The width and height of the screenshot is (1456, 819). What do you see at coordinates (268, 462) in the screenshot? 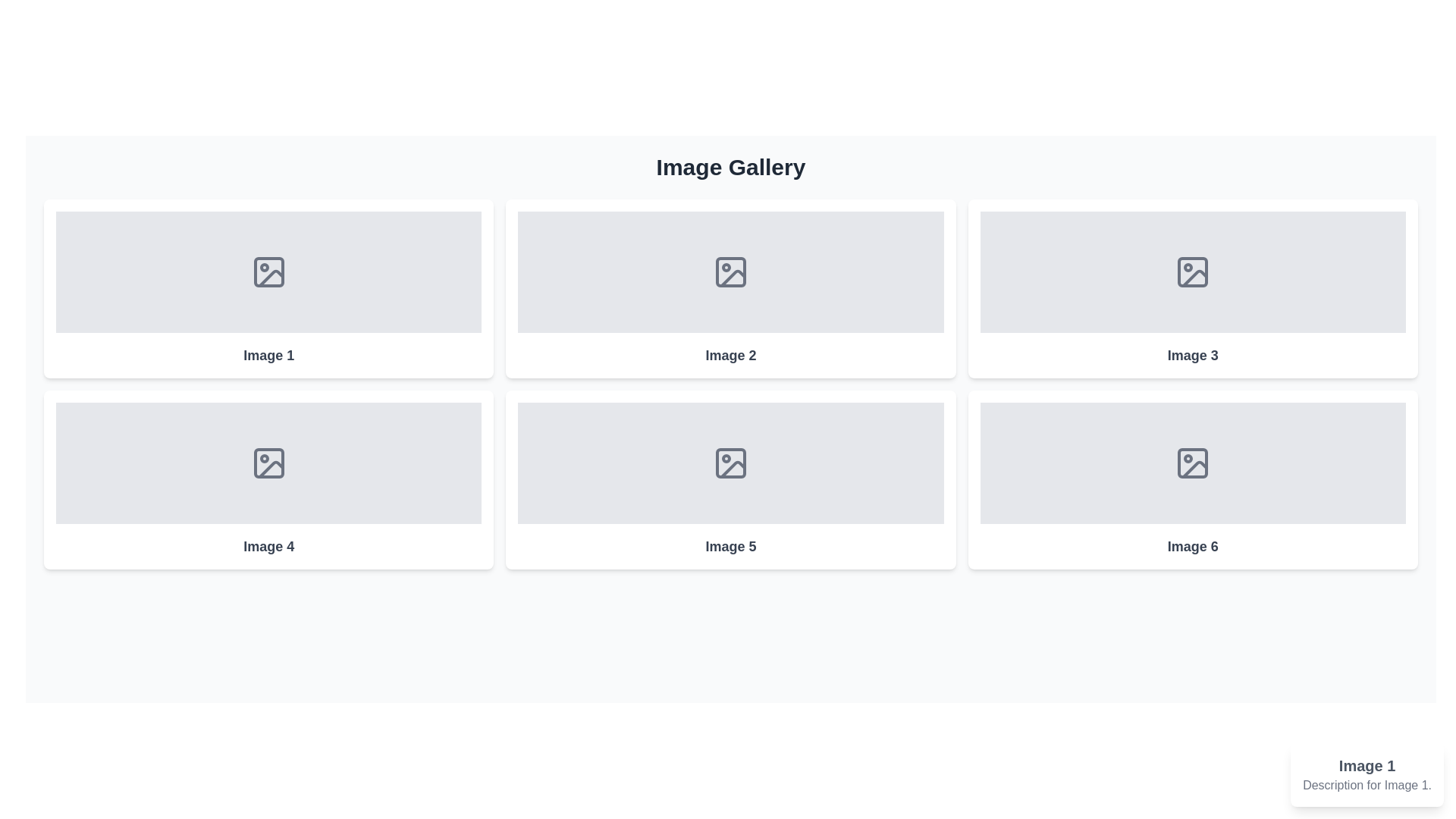
I see `the Decorative Background element located in the fourth image of a six-item grid, which serves as a decorative context for the icon` at bounding box center [268, 462].